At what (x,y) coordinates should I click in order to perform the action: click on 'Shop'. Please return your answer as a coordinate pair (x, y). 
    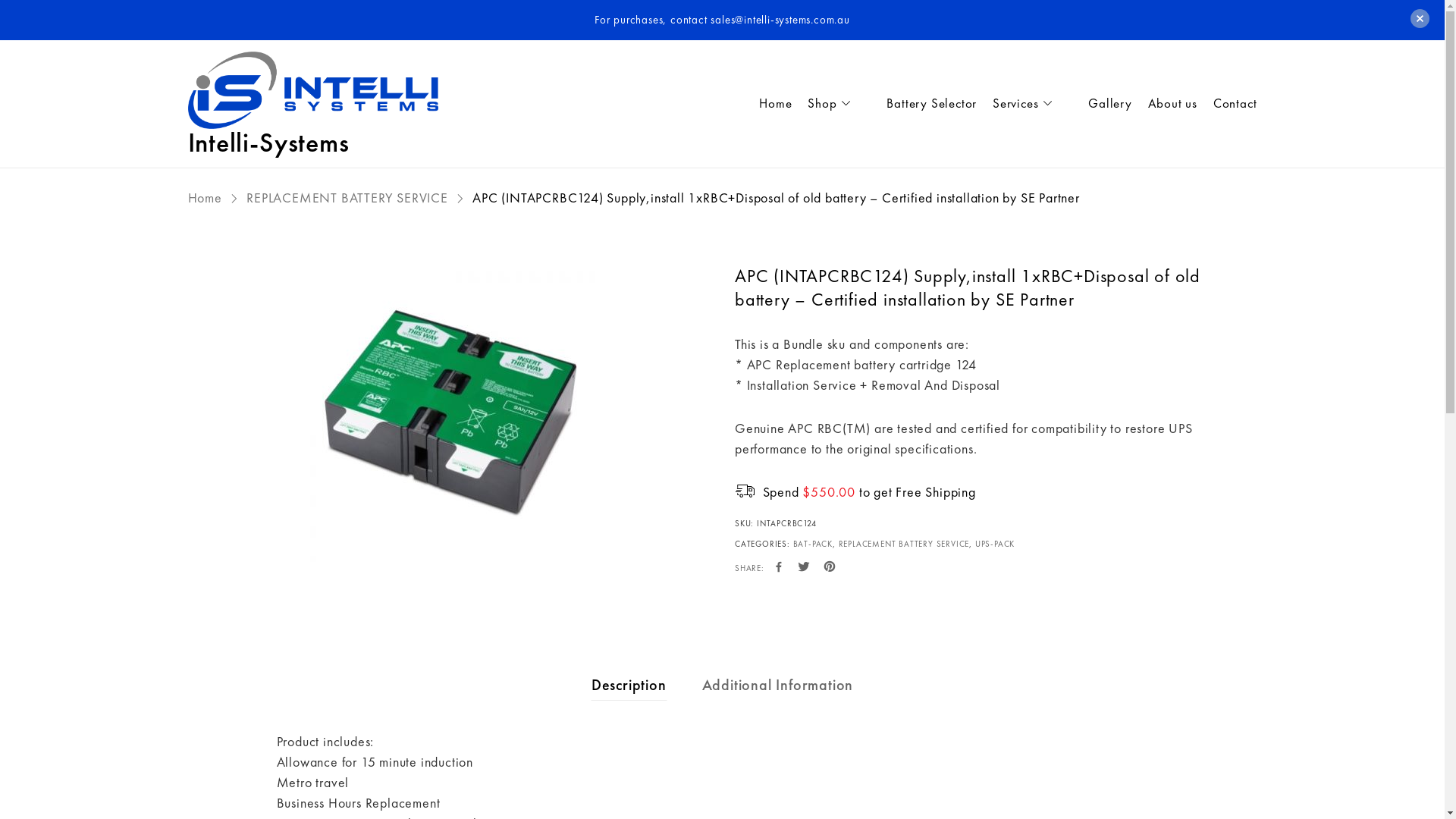
    Looking at the image, I should click on (830, 103).